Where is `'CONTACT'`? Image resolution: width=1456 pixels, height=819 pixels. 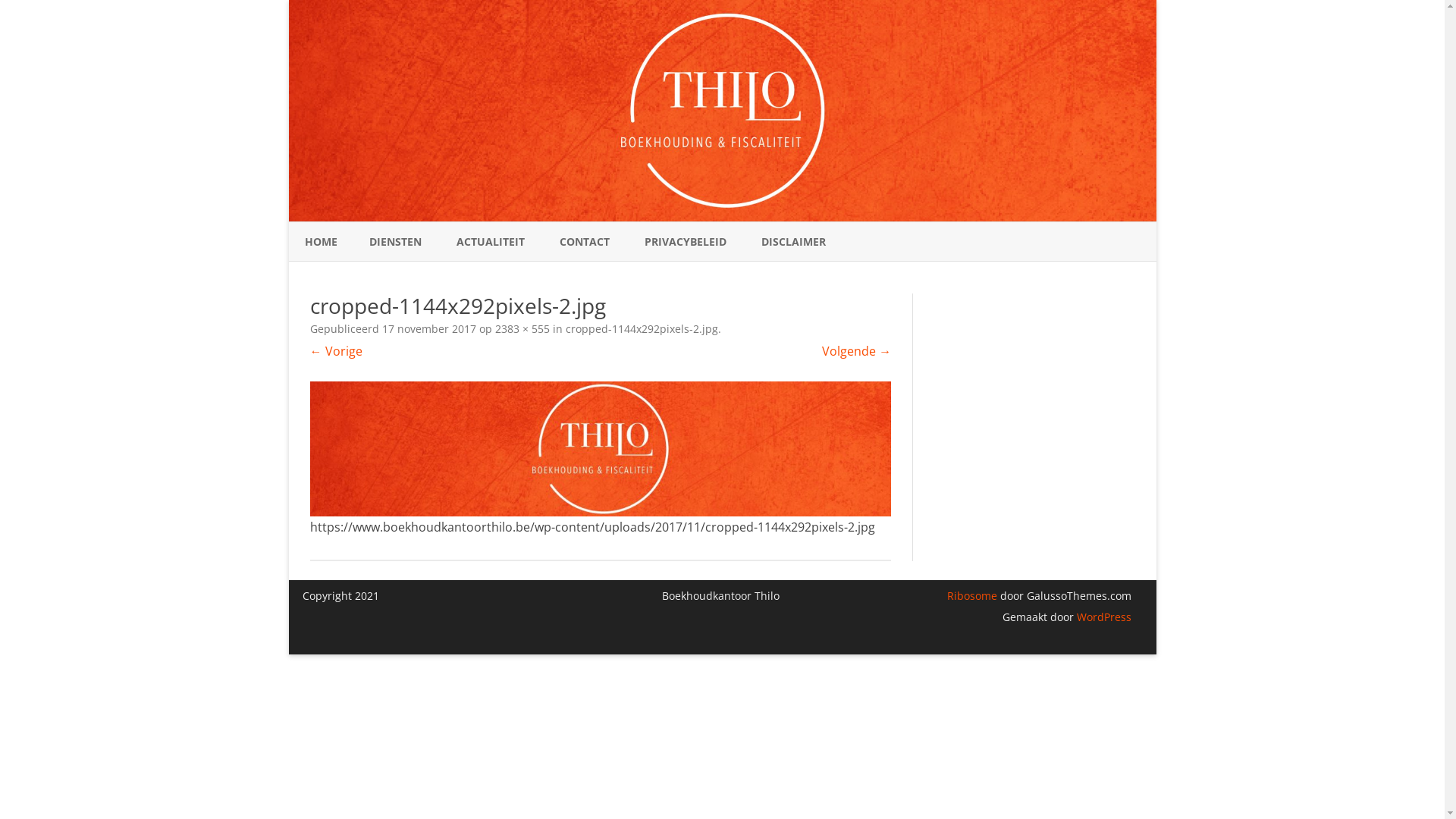
'CONTACT' is located at coordinates (584, 241).